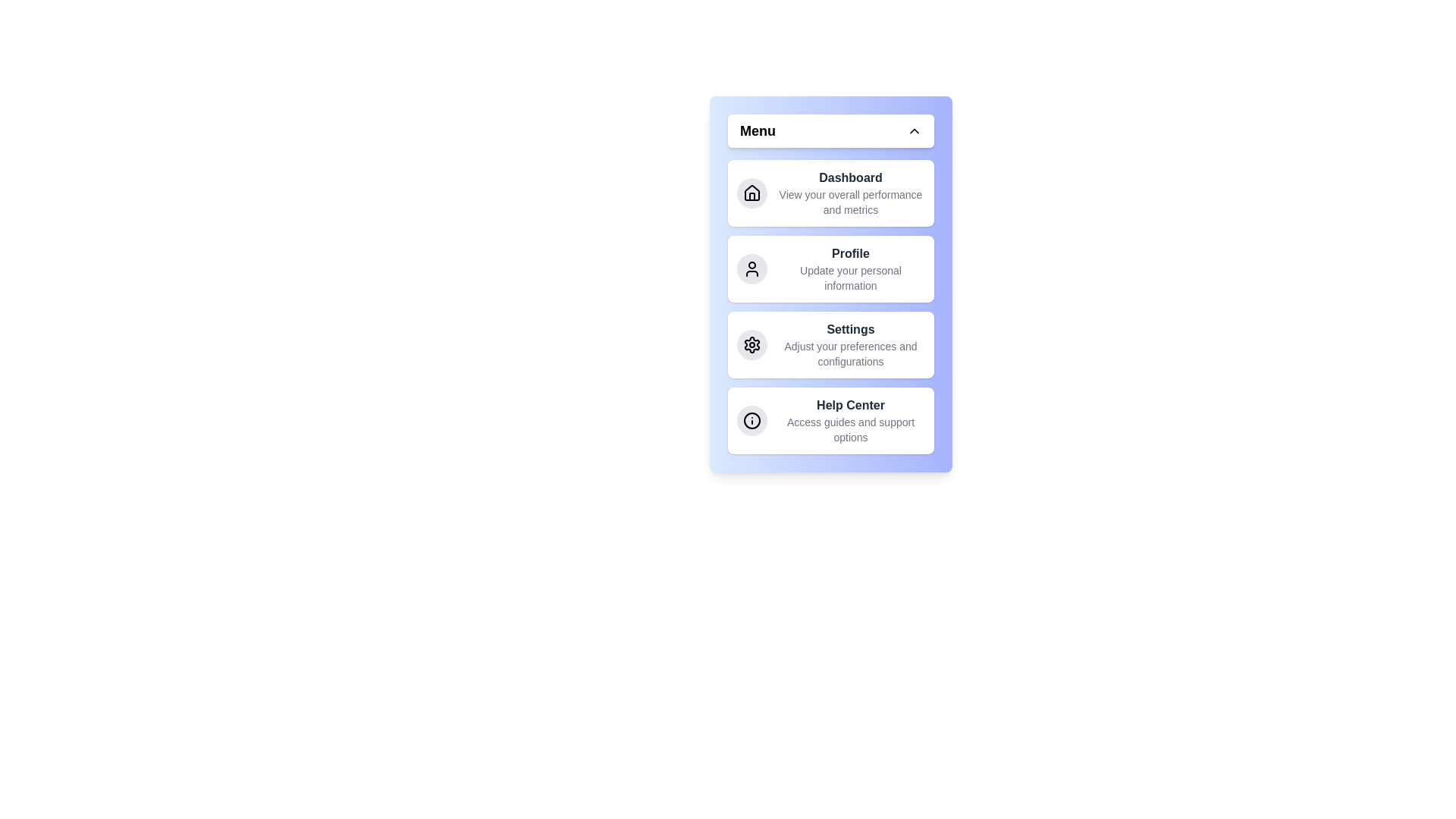 The height and width of the screenshot is (819, 1456). What do you see at coordinates (830, 192) in the screenshot?
I see `the menu item labeled Dashboard to navigate to its section` at bounding box center [830, 192].